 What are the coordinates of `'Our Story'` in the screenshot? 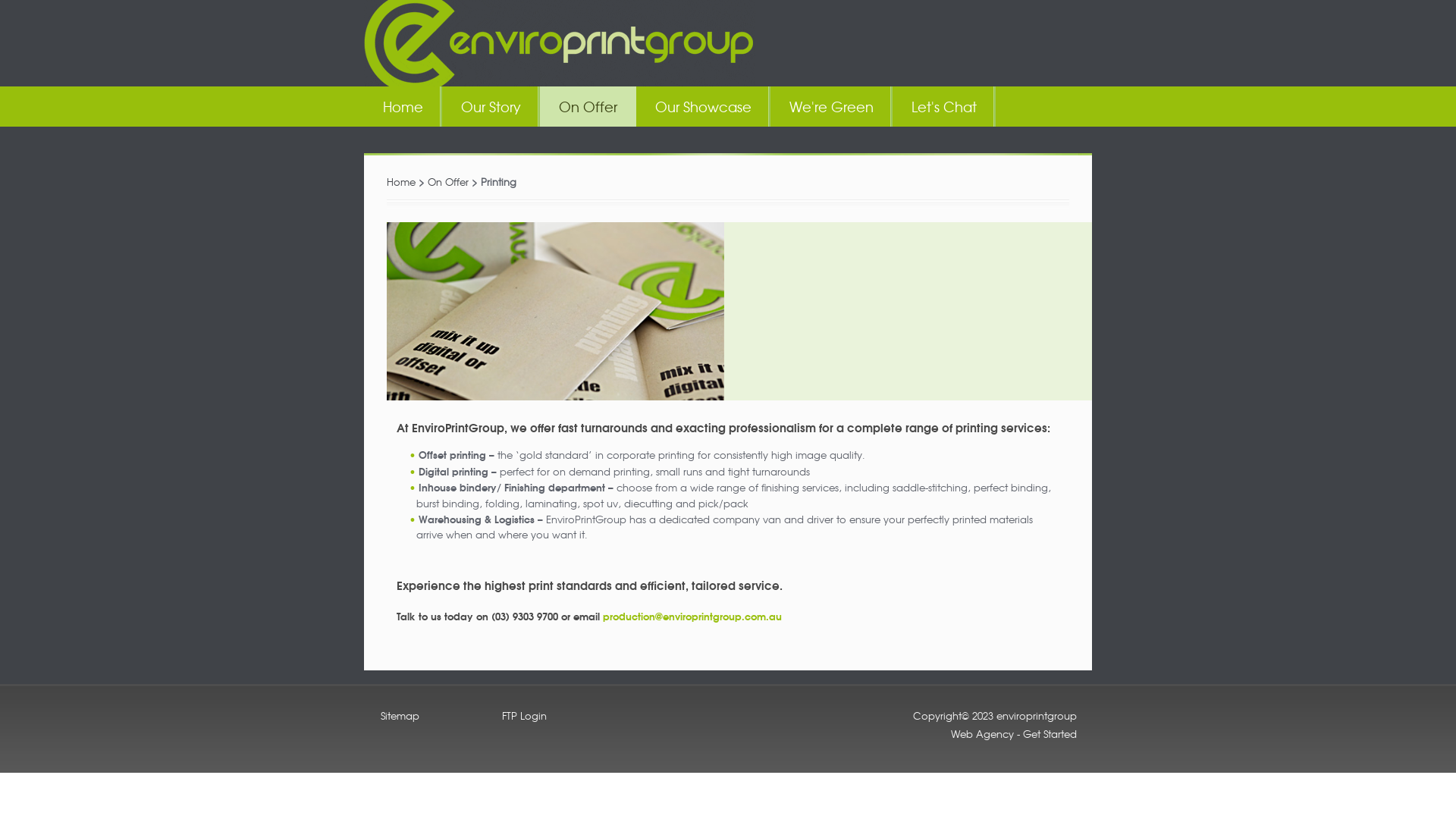 It's located at (491, 105).